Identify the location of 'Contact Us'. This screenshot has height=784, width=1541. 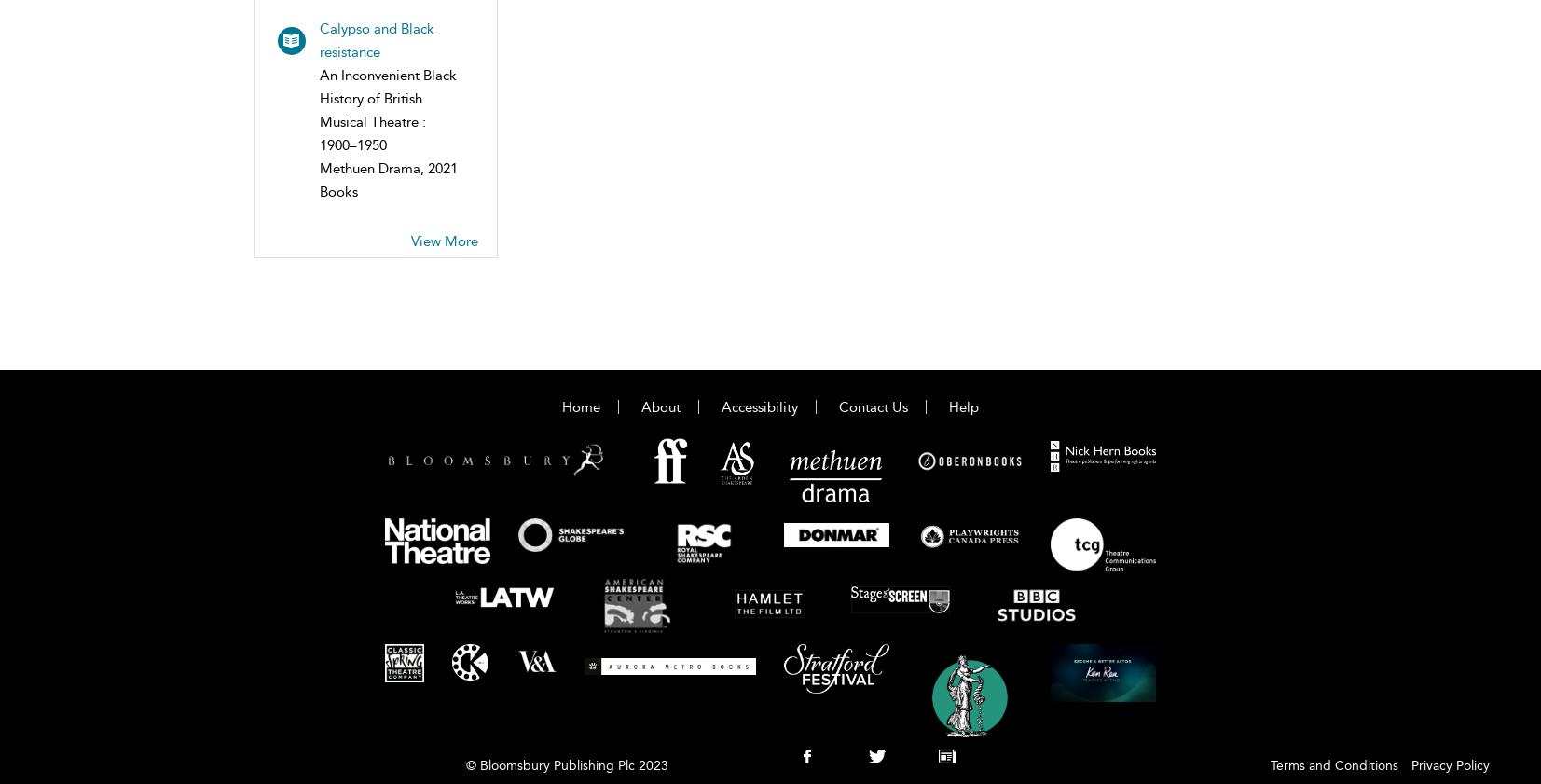
(839, 406).